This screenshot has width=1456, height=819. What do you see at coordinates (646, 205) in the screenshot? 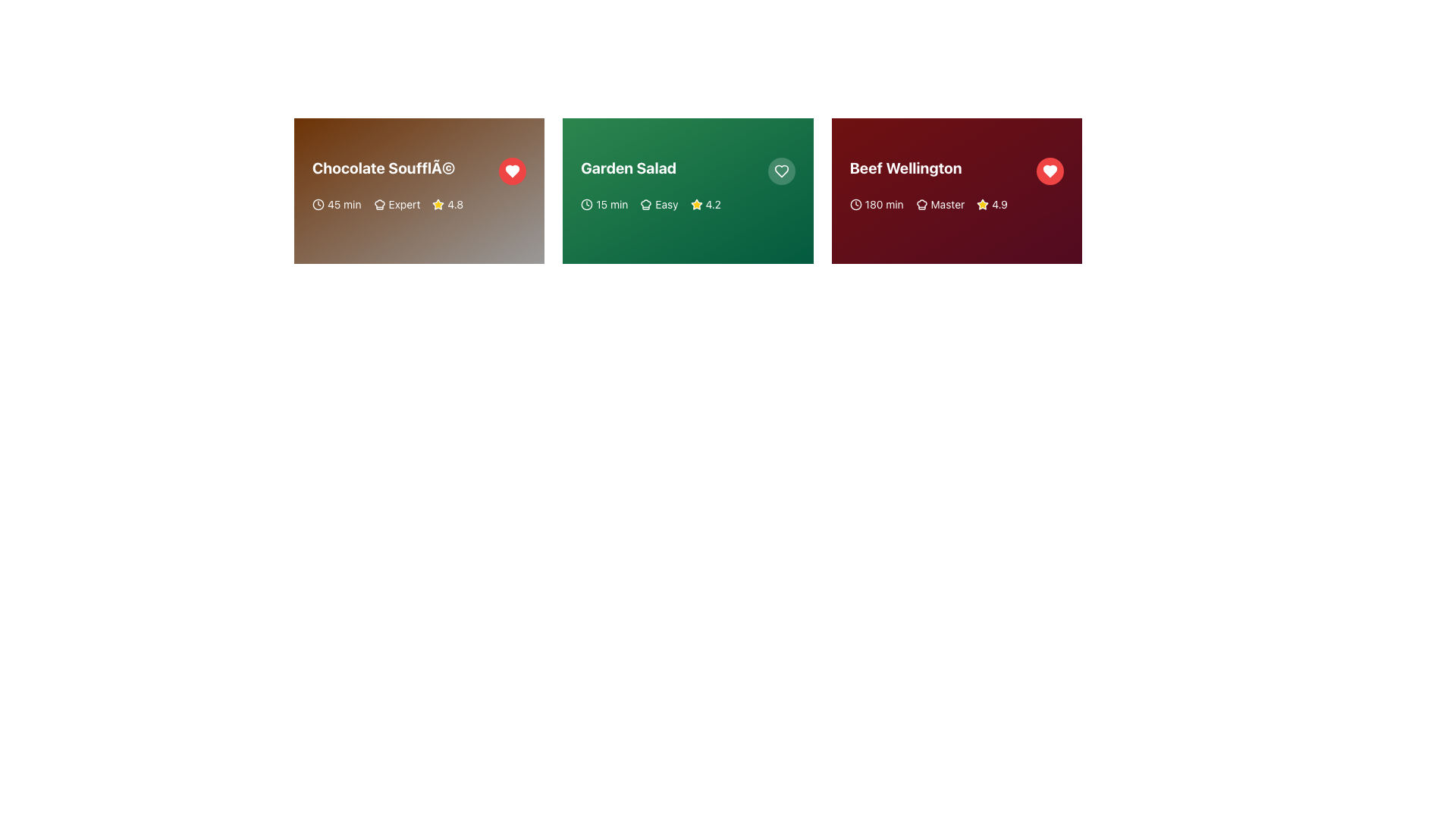
I see `the chef hat SVG icon located left of the 'Easy' text, which indicates the difficulty level of the recipe in the 'Garden Salad' card` at bounding box center [646, 205].